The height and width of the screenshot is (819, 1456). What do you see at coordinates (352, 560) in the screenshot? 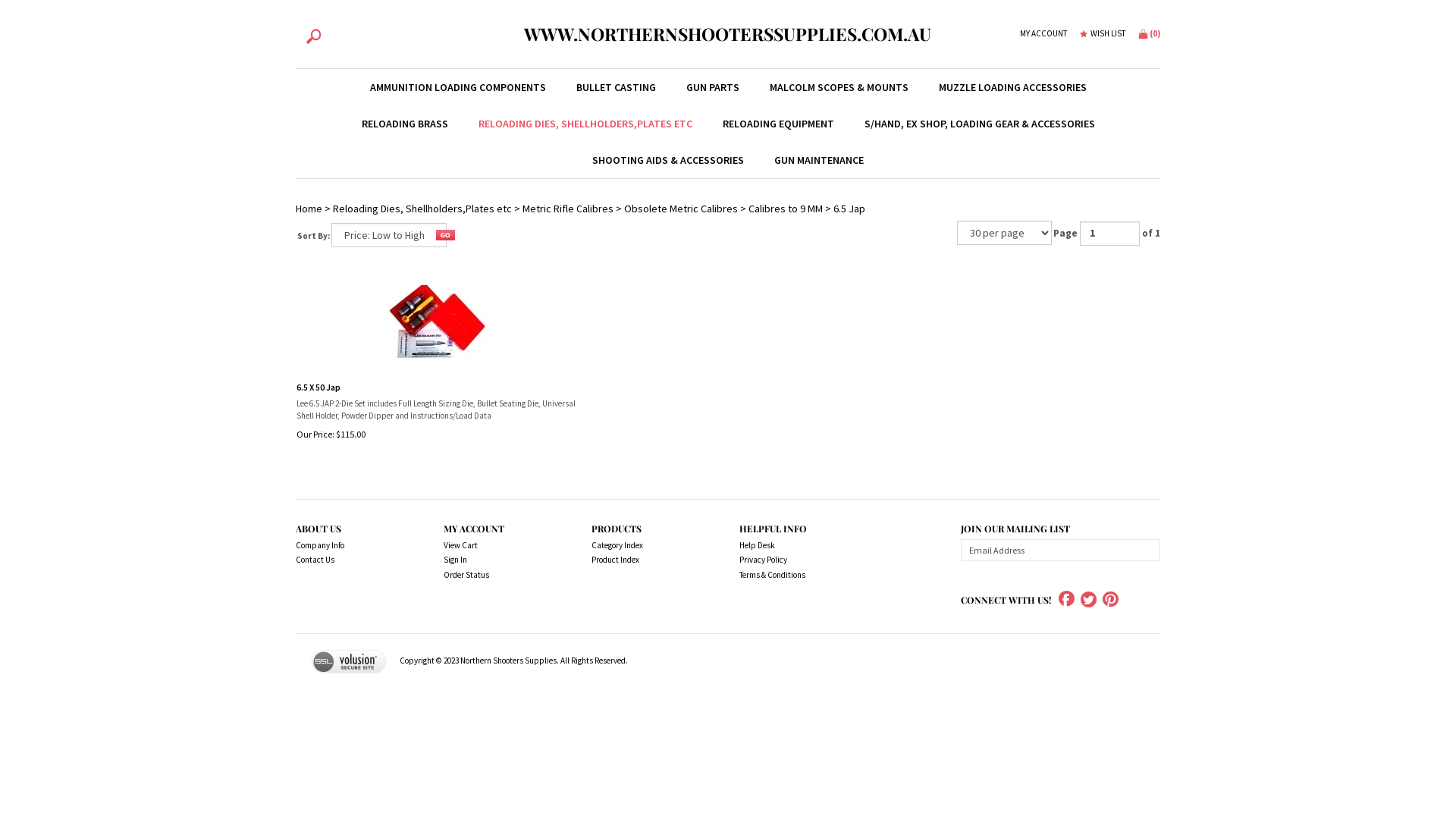
I see `'Contact Us'` at bounding box center [352, 560].